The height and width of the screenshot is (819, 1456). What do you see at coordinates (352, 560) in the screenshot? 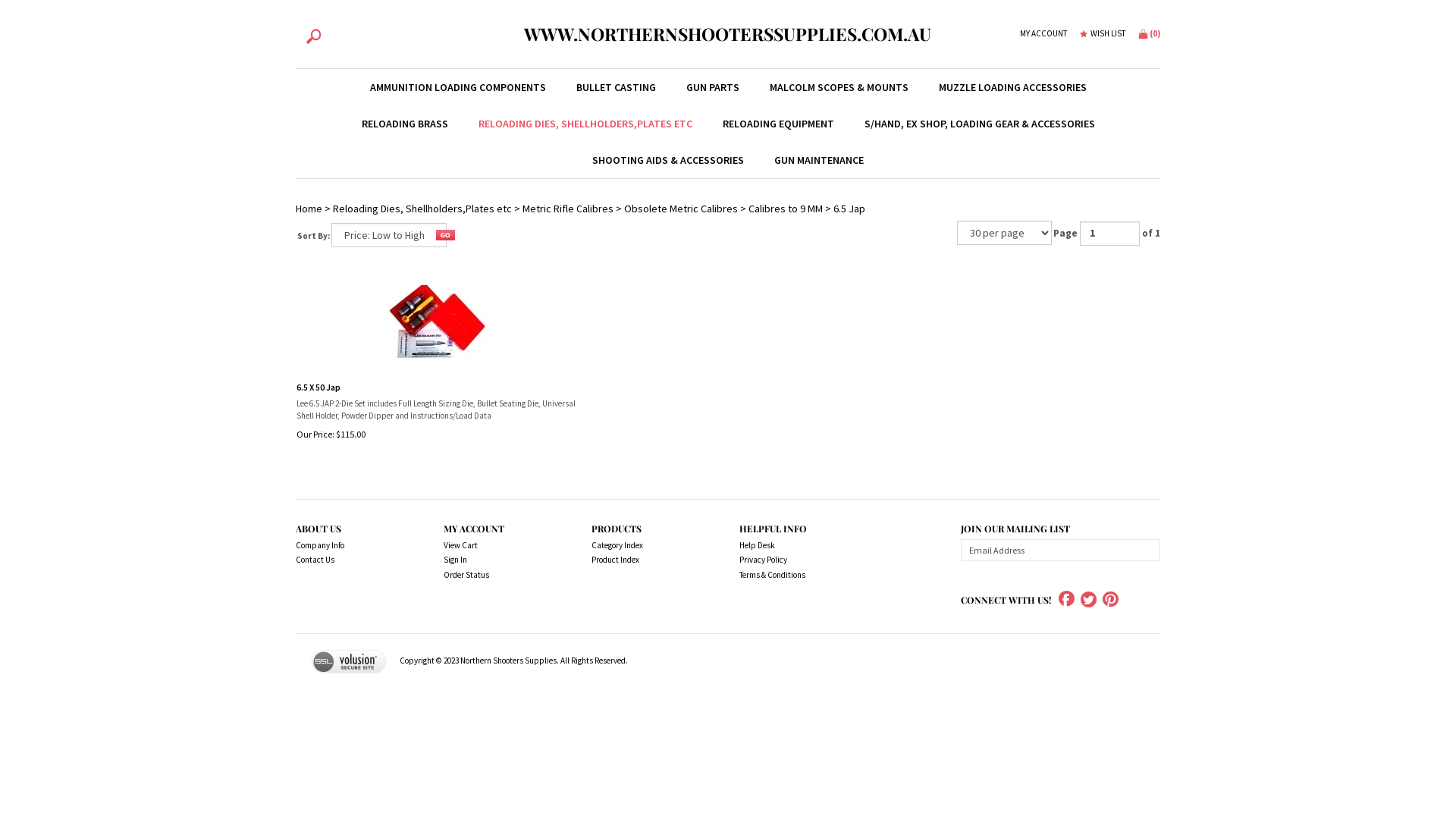
I see `'Contact Us'` at bounding box center [352, 560].